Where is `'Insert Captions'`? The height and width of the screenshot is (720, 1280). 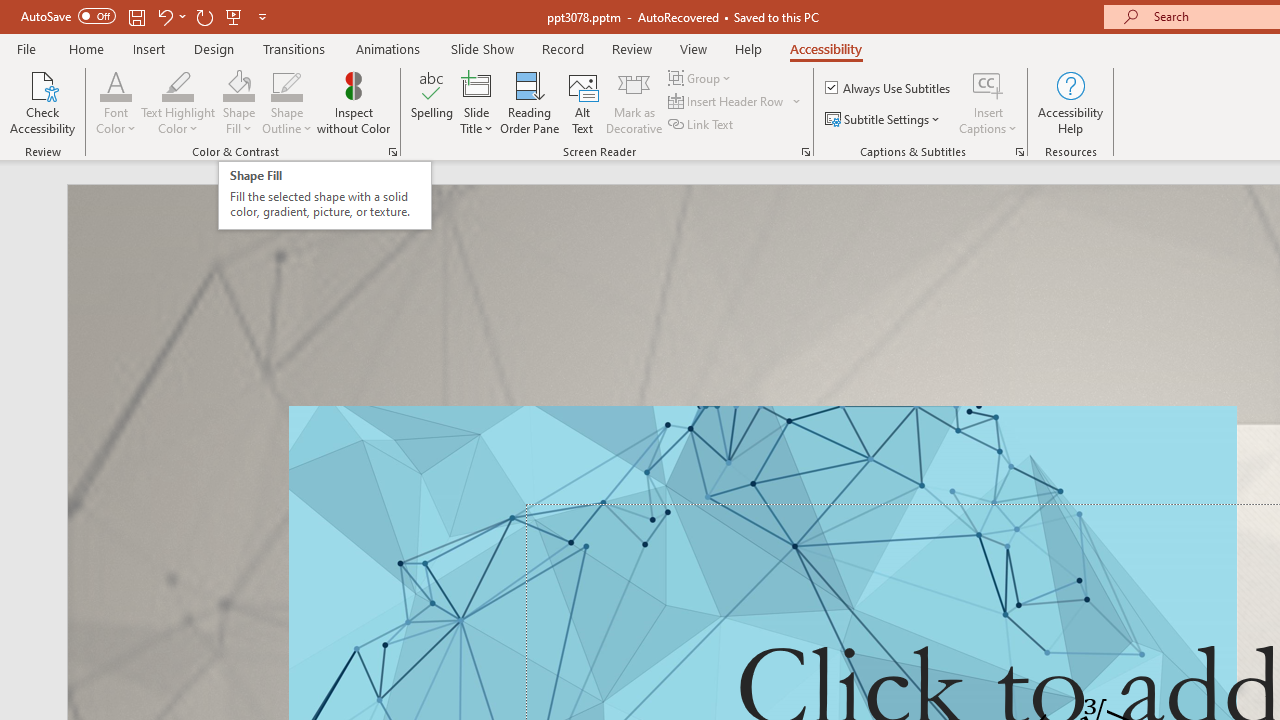
'Insert Captions' is located at coordinates (988, 84).